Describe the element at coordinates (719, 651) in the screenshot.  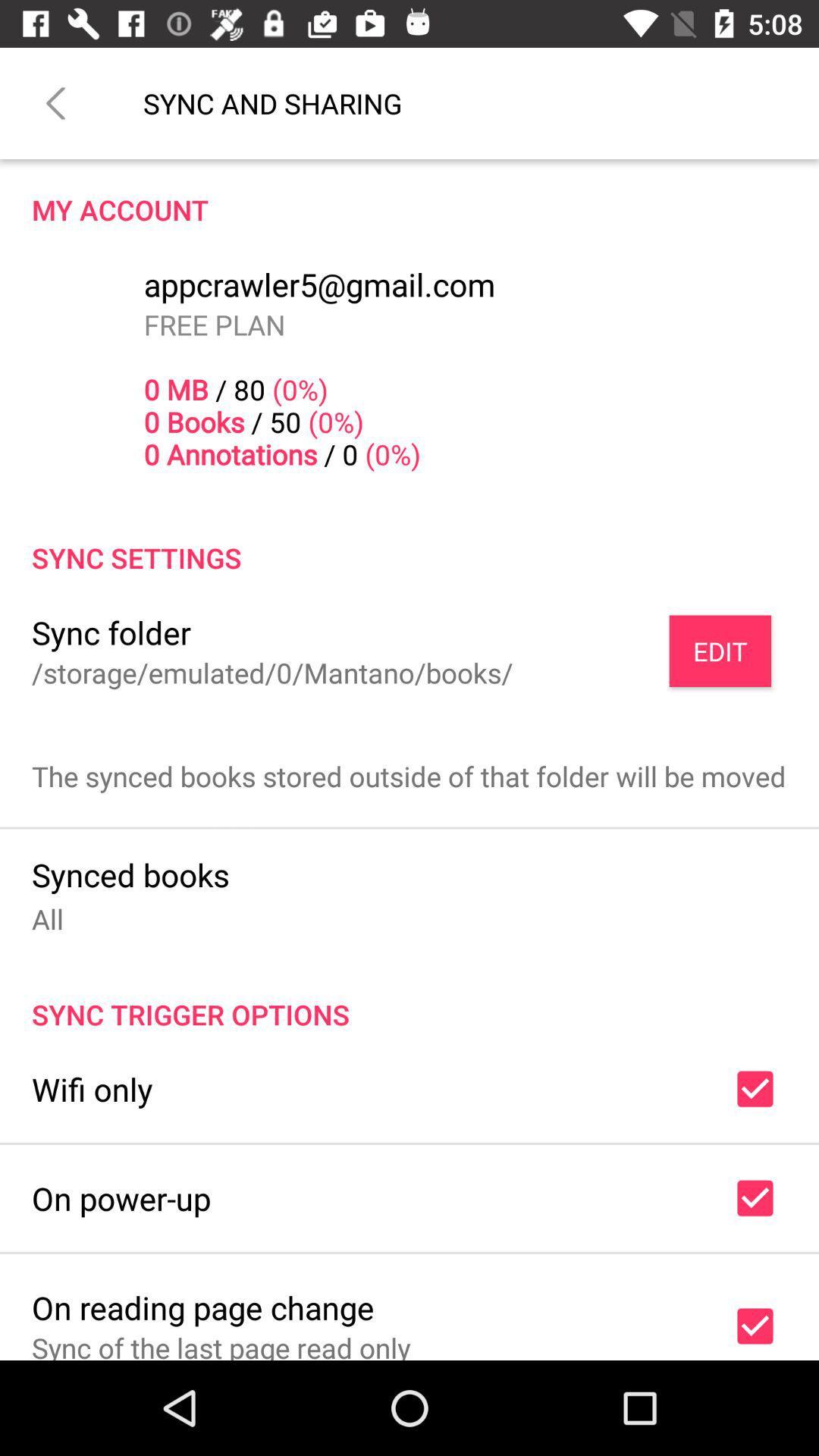
I see `the edit` at that location.